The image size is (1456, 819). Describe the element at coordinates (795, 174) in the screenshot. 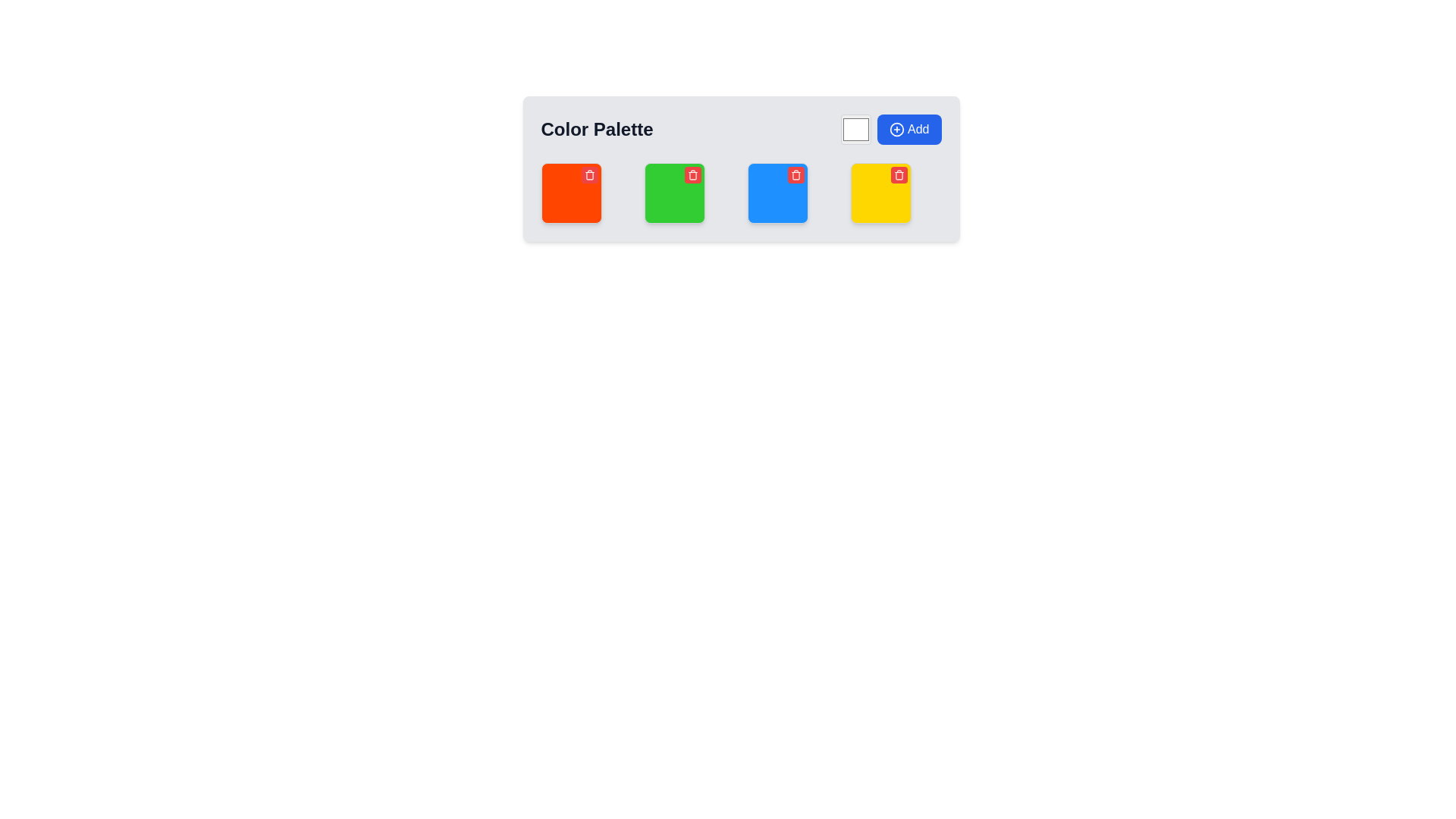

I see `the delete icon located in the top-right corner of the first blue square block in the second row of the Color Palette section` at that location.